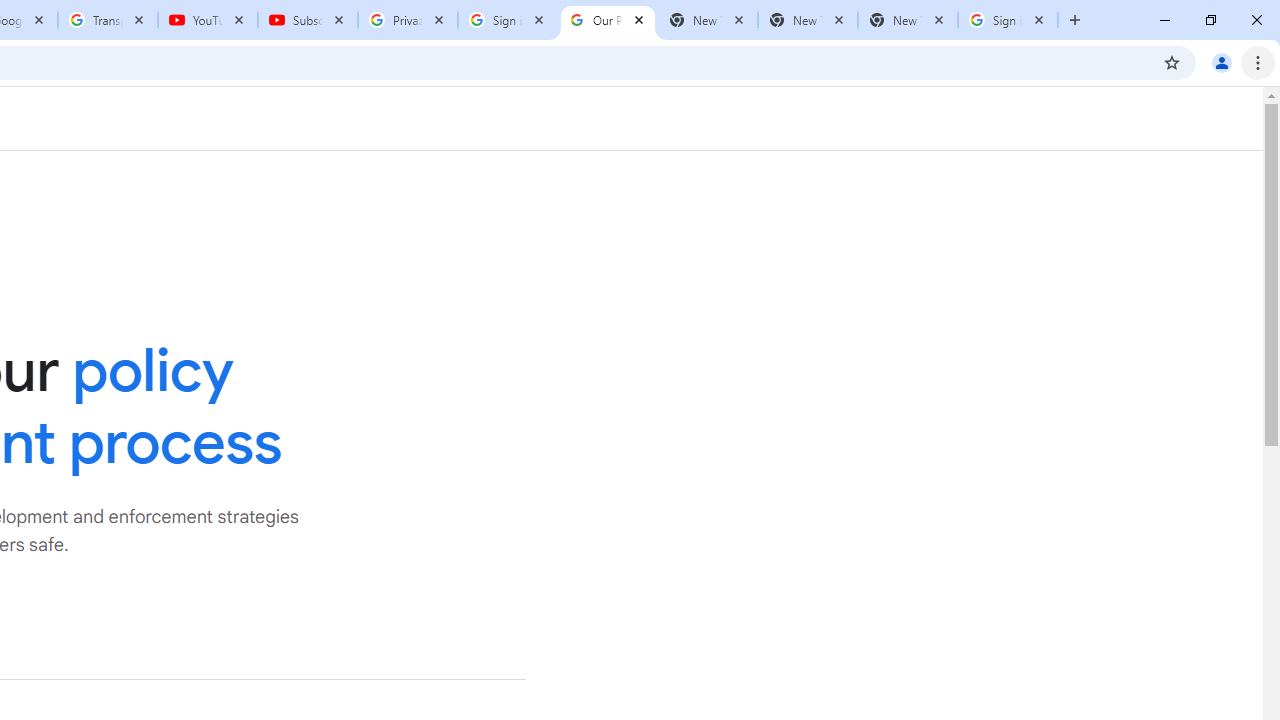  Describe the element at coordinates (307, 20) in the screenshot. I see `'Subscriptions - YouTube'` at that location.